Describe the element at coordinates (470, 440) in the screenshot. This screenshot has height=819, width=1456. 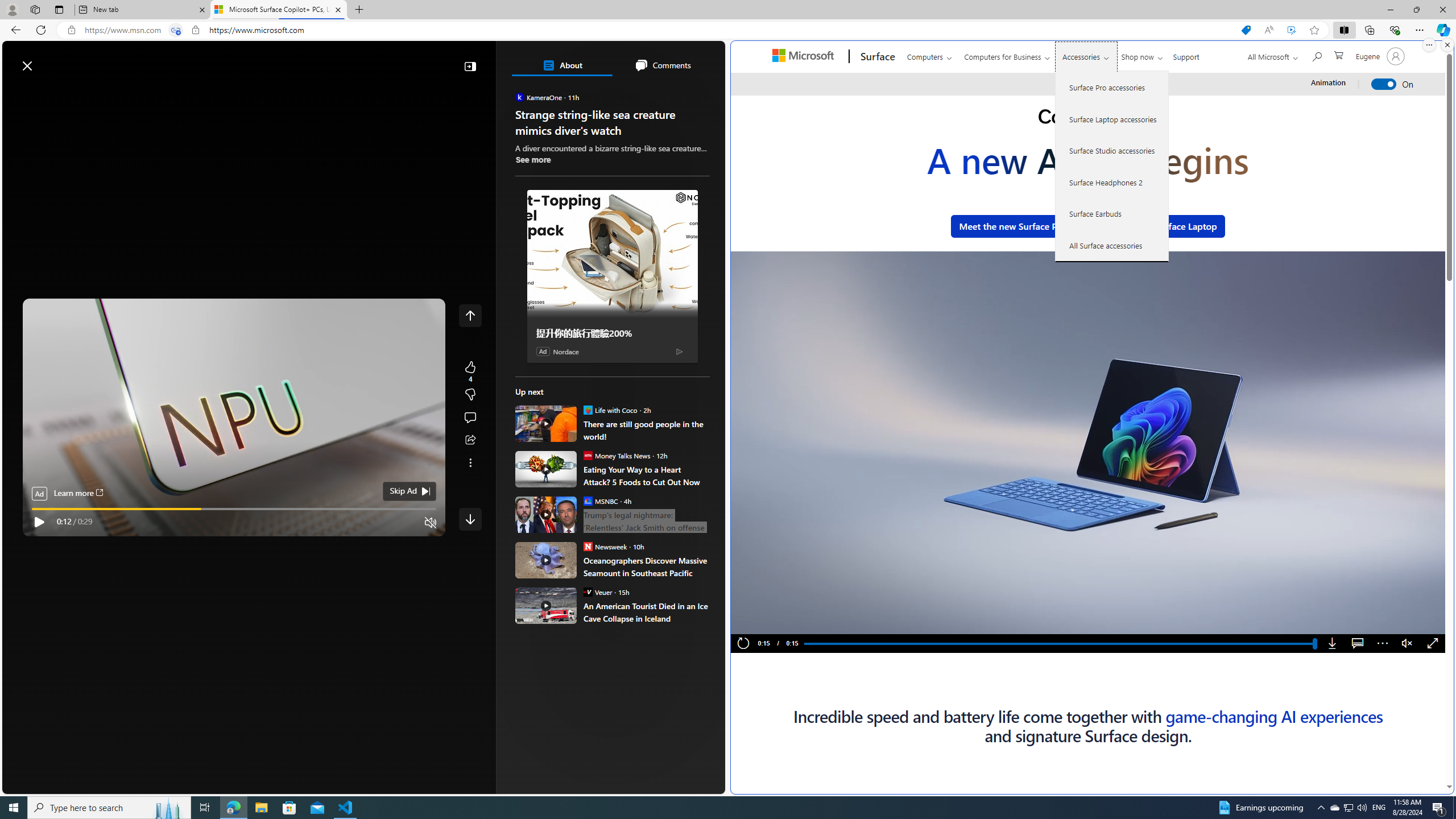
I see `'Share this story'` at that location.